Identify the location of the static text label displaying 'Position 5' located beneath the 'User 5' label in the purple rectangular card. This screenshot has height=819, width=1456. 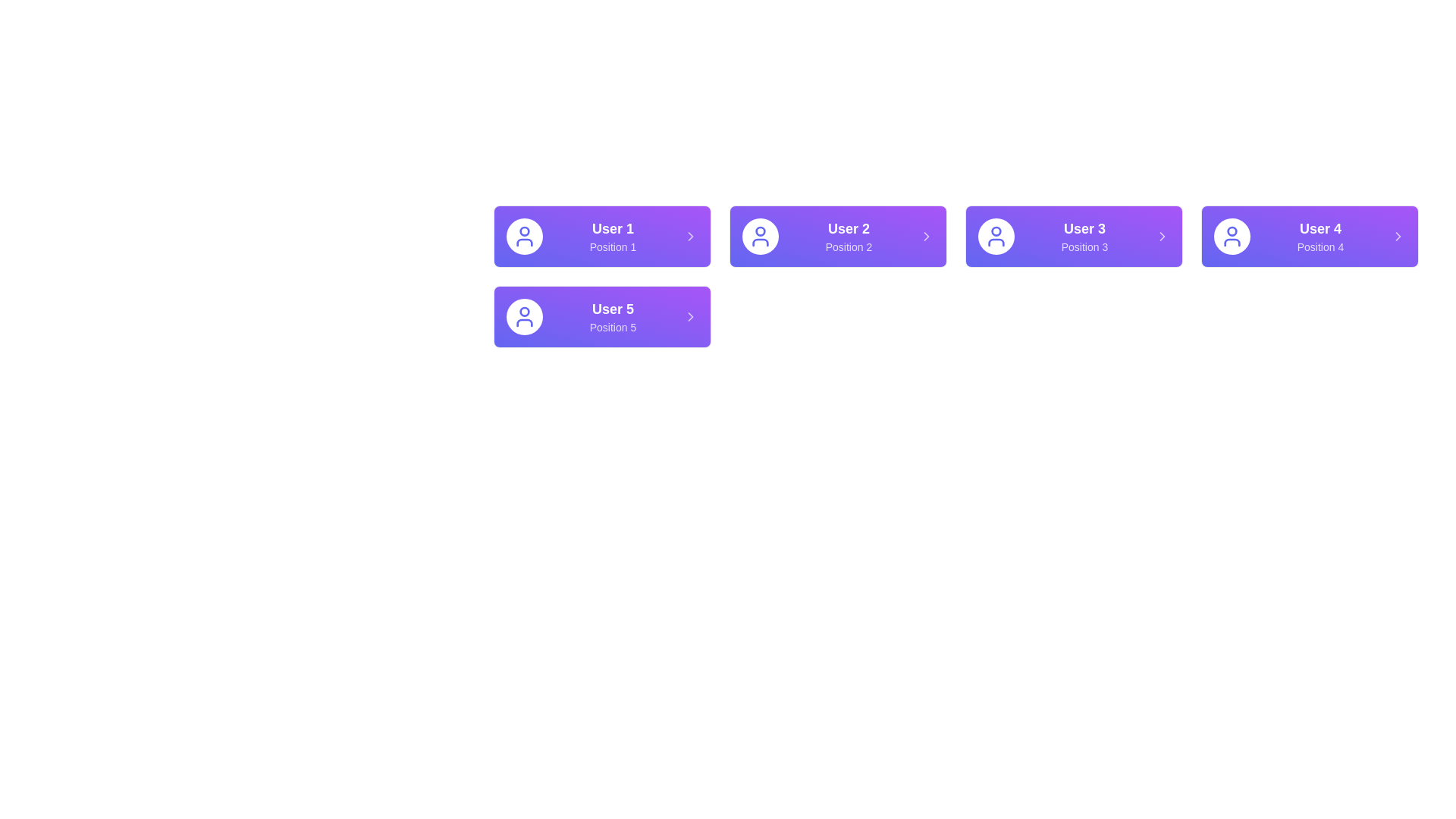
(613, 327).